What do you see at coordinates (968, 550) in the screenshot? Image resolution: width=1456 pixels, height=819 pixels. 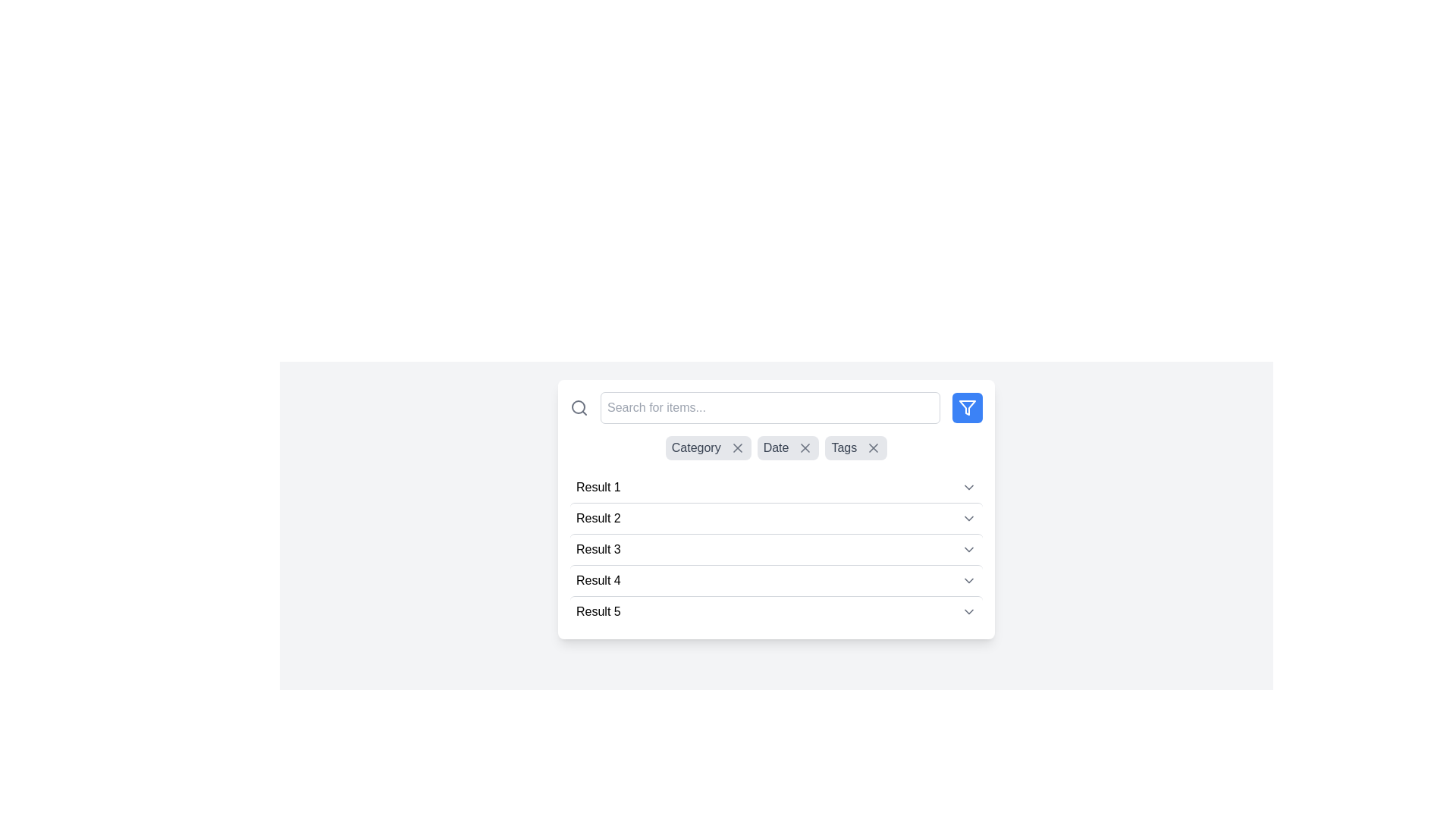 I see `the chevron icon located to the right of the 'Result 3' text` at bounding box center [968, 550].